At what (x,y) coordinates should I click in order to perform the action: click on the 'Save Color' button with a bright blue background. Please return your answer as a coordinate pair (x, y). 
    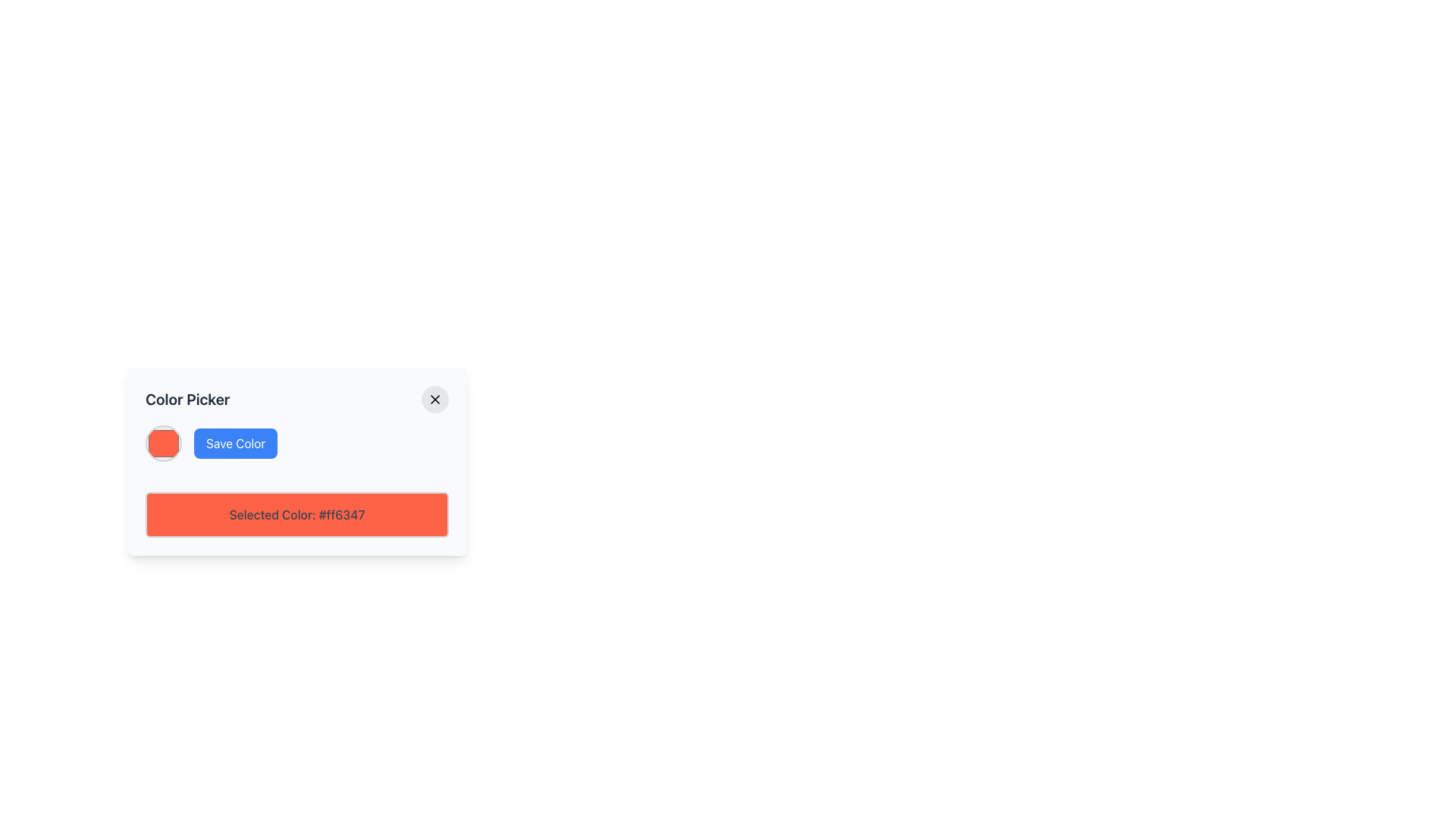
    Looking at the image, I should click on (235, 444).